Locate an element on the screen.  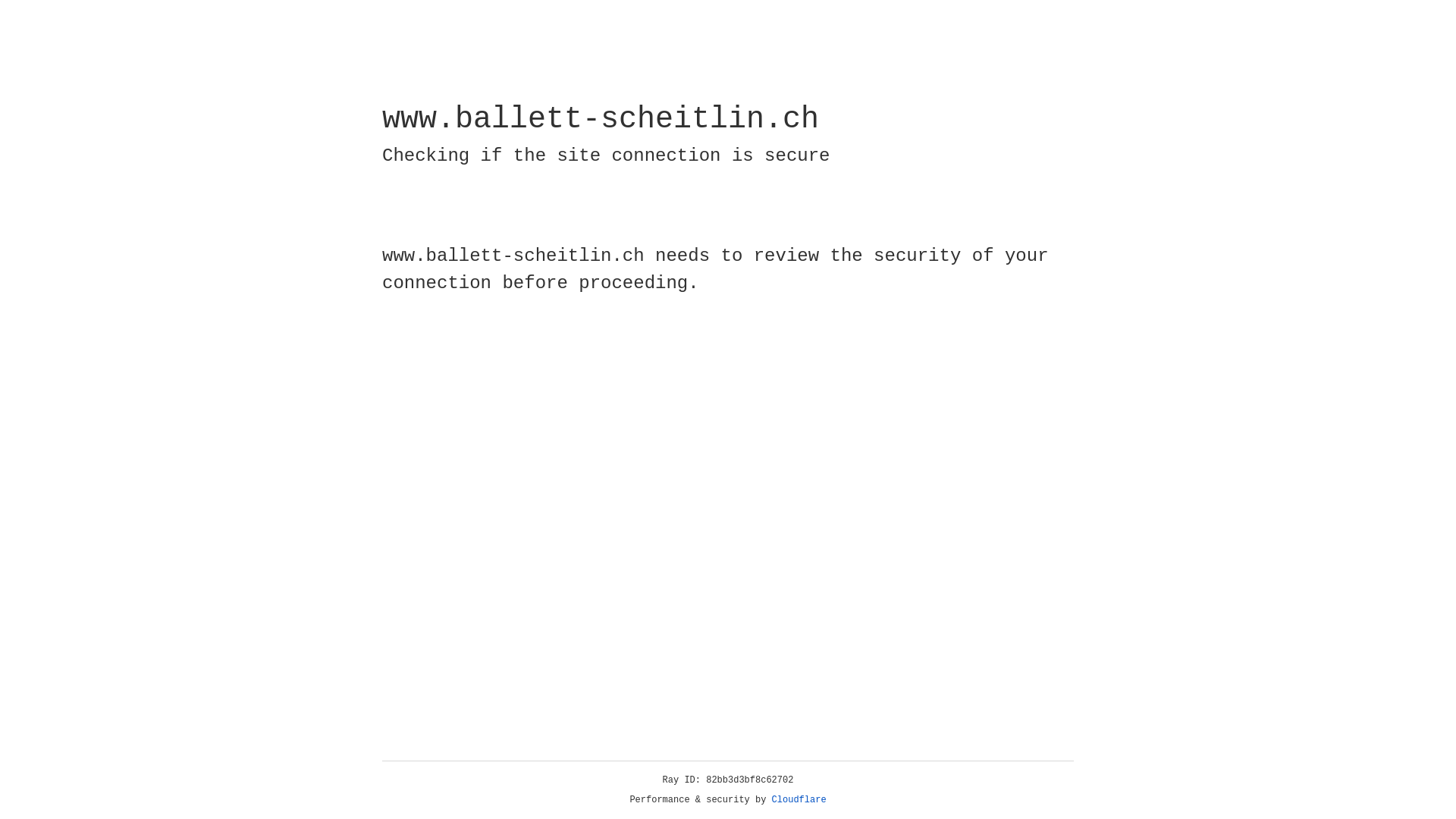
'Cloudflare' is located at coordinates (799, 799).